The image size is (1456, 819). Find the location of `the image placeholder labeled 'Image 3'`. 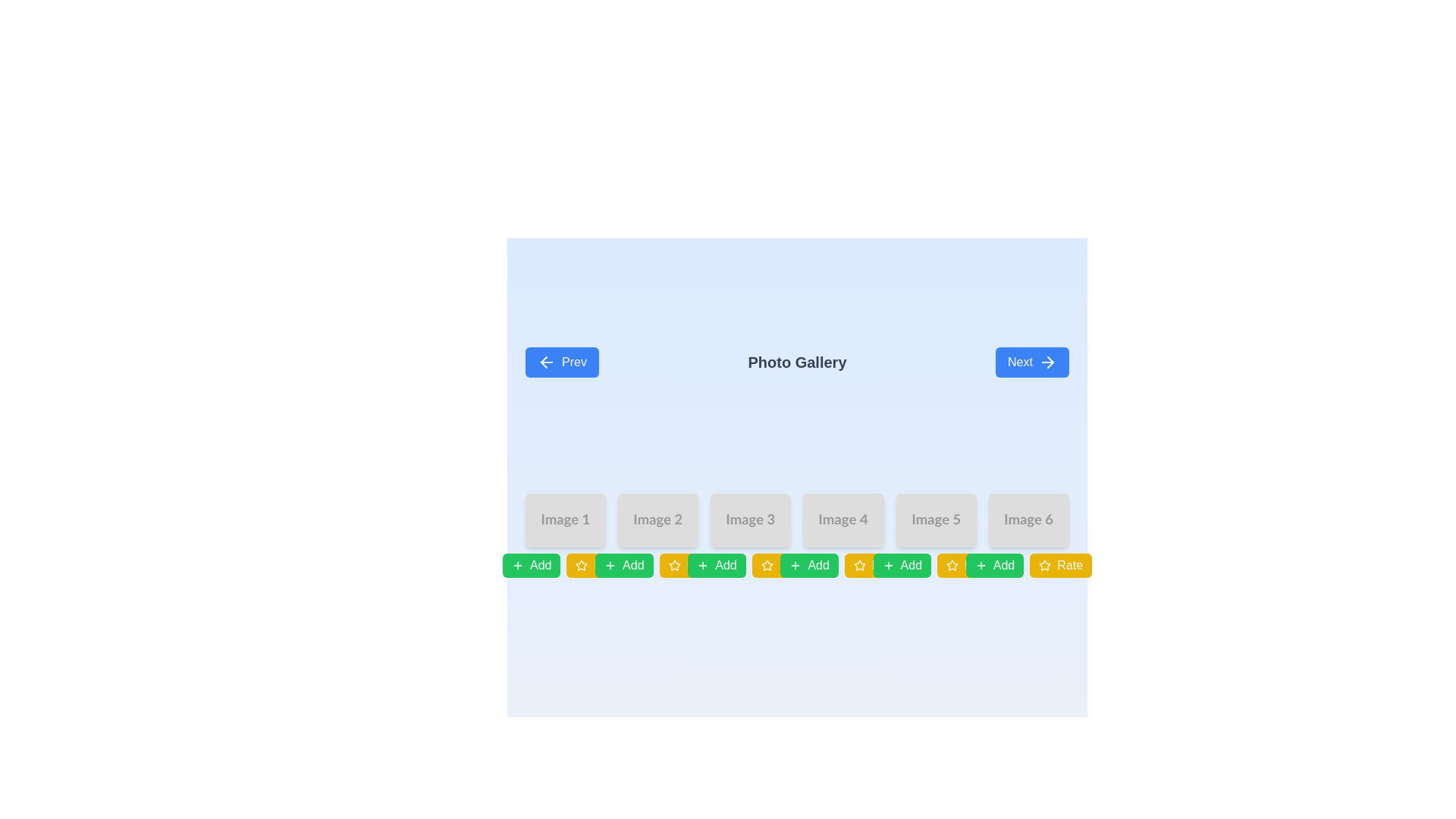

the image placeholder labeled 'Image 3' is located at coordinates (751, 519).